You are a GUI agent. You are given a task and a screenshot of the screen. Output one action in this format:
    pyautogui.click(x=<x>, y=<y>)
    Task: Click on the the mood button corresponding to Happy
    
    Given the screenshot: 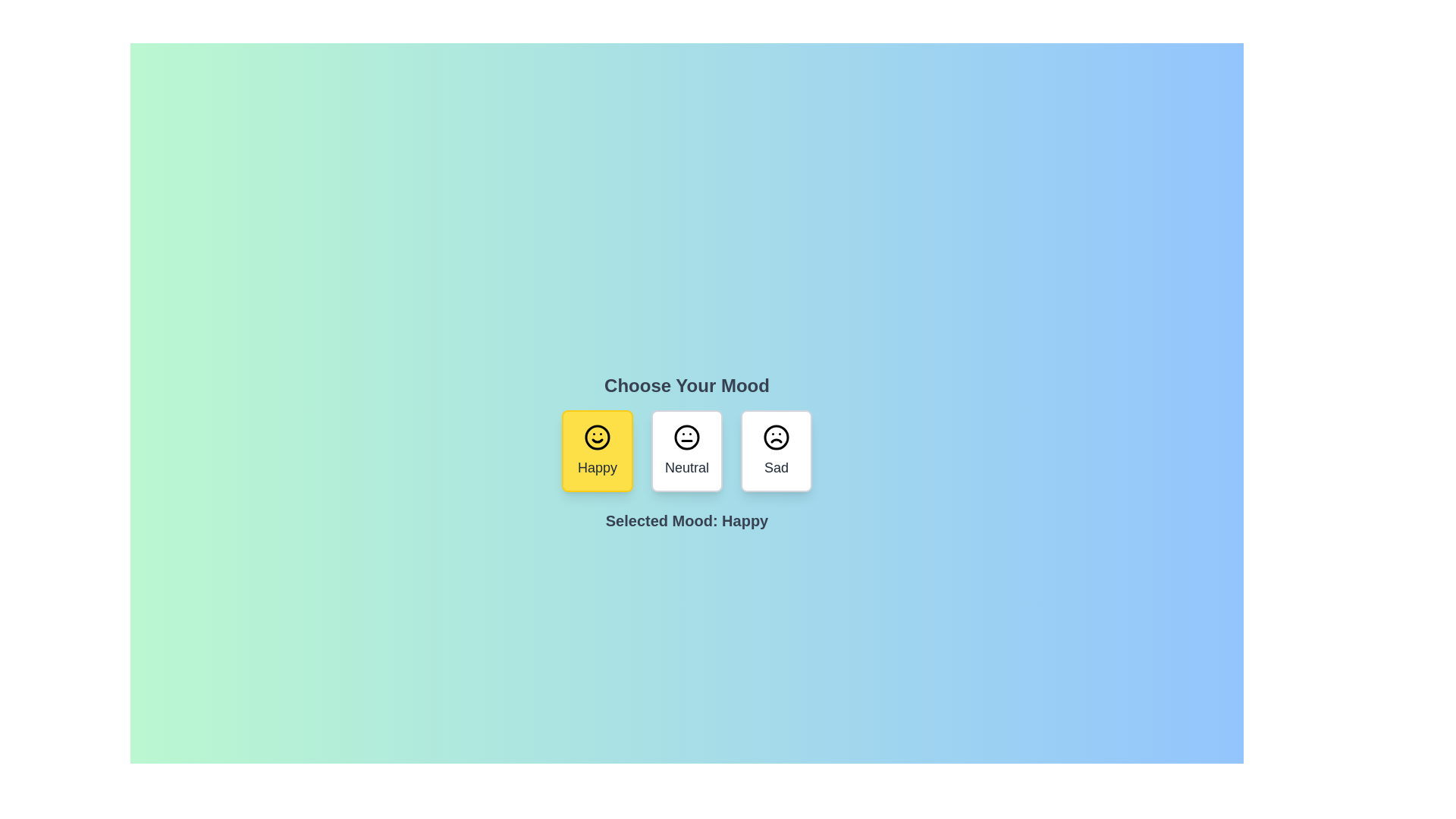 What is the action you would take?
    pyautogui.click(x=596, y=450)
    